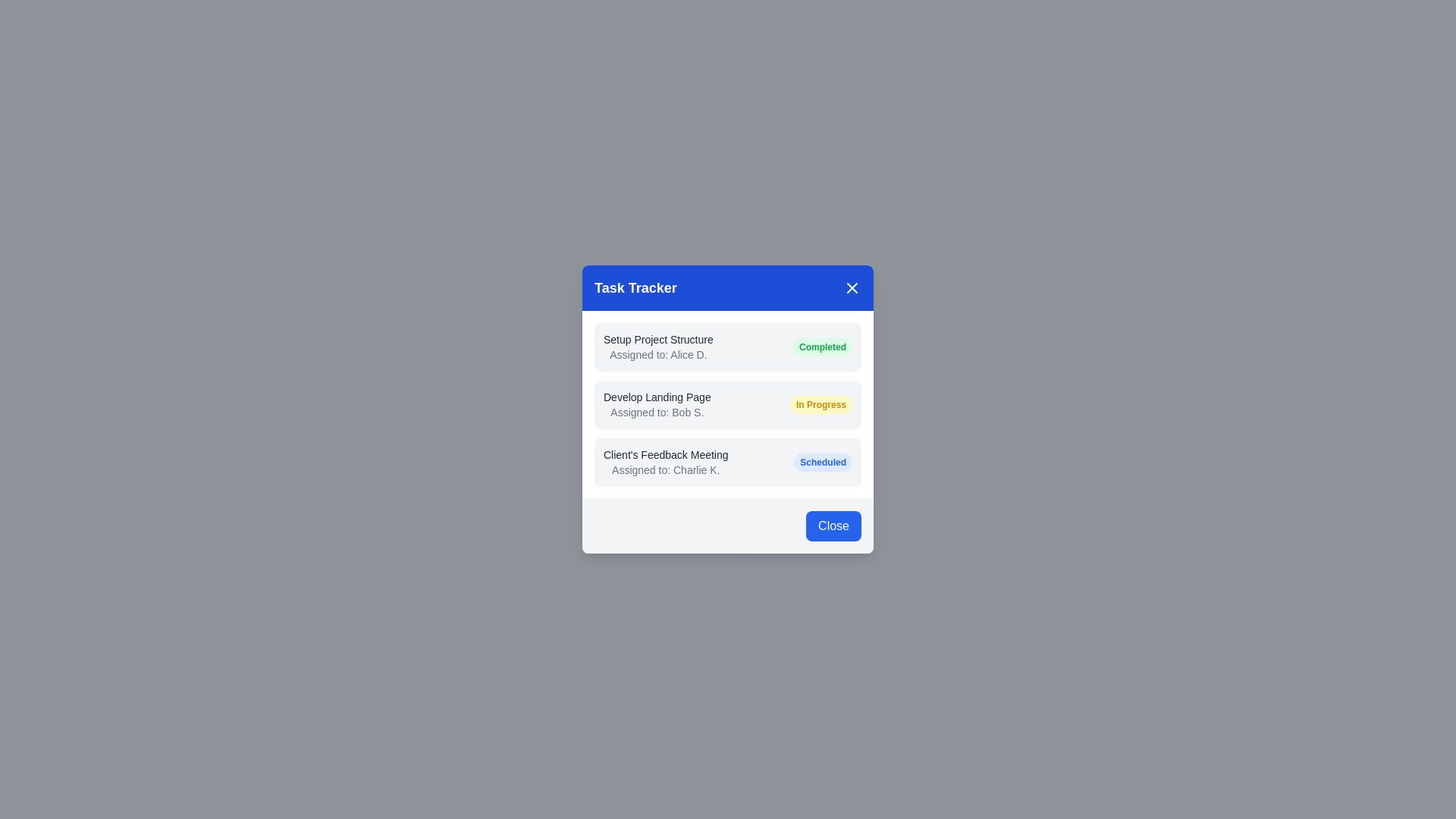 The image size is (1456, 819). I want to click on close button in the footer of the TaskTrackingDialog, so click(833, 526).